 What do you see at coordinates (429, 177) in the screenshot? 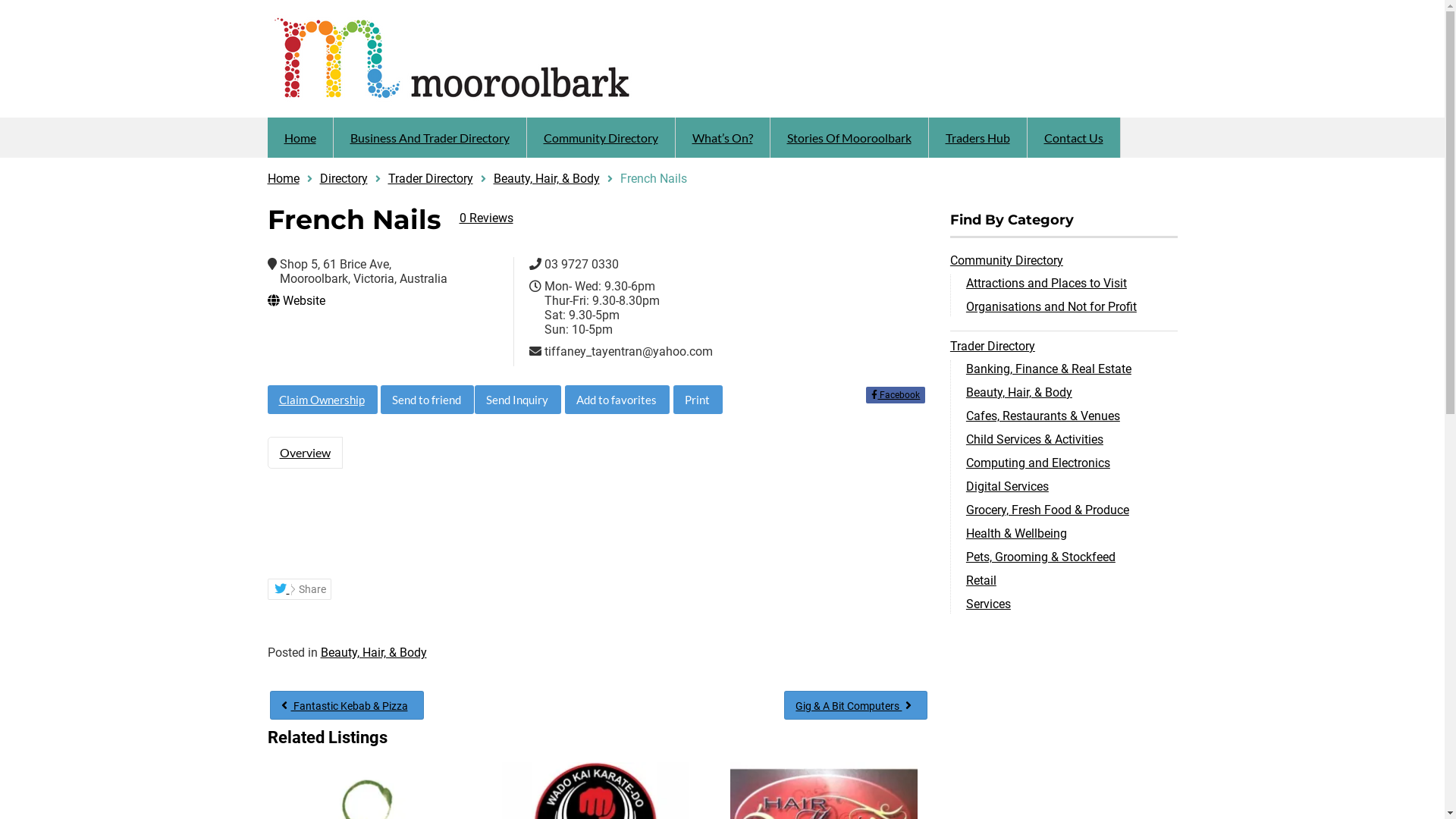
I see `'Trader Directory'` at bounding box center [429, 177].